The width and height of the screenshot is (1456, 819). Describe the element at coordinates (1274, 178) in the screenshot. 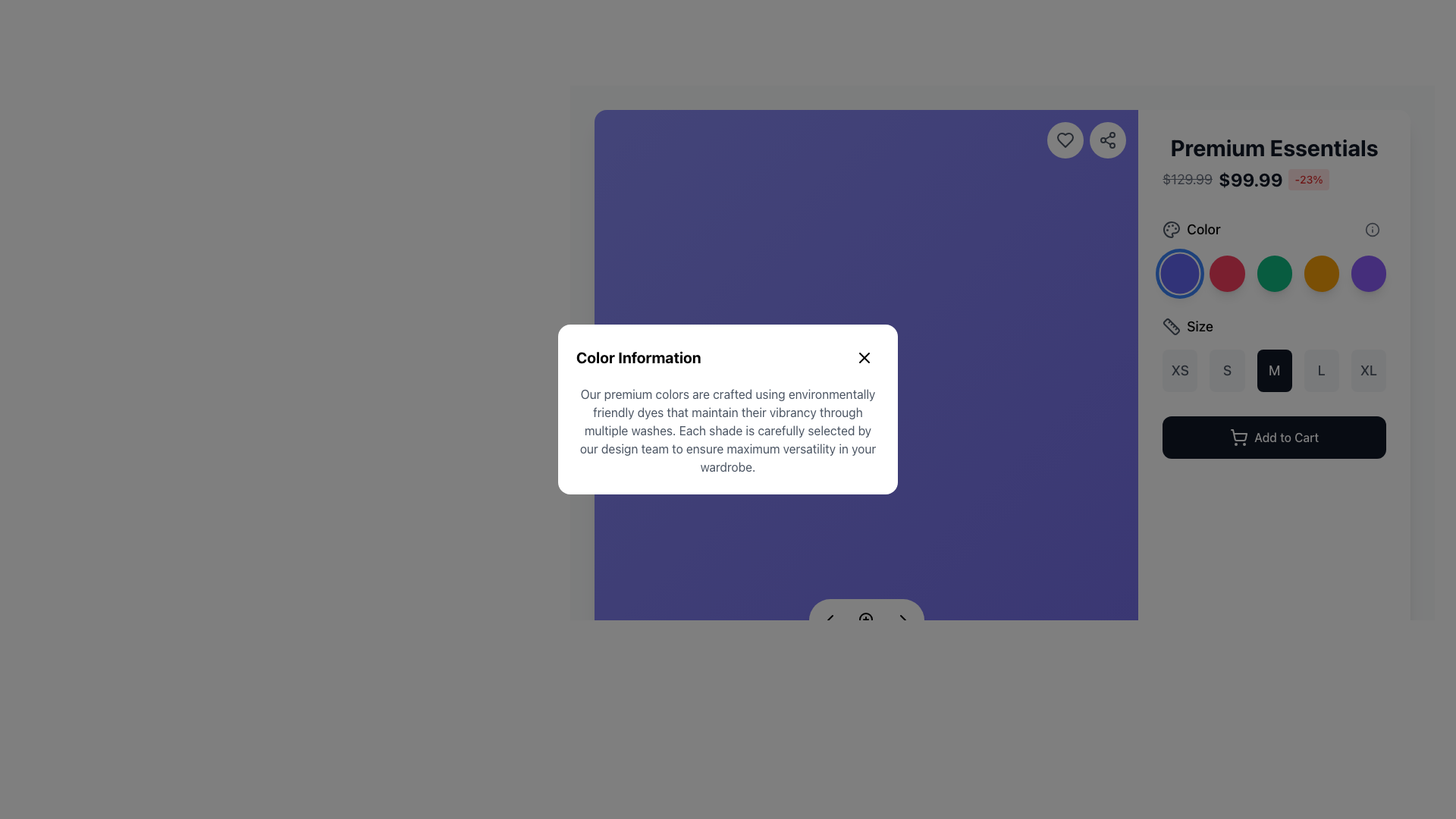

I see `the Composite text displaying pricing details located in the right pane under the title 'Premium Essentials', positioned below the product name and above the sections for color and size selection` at that location.